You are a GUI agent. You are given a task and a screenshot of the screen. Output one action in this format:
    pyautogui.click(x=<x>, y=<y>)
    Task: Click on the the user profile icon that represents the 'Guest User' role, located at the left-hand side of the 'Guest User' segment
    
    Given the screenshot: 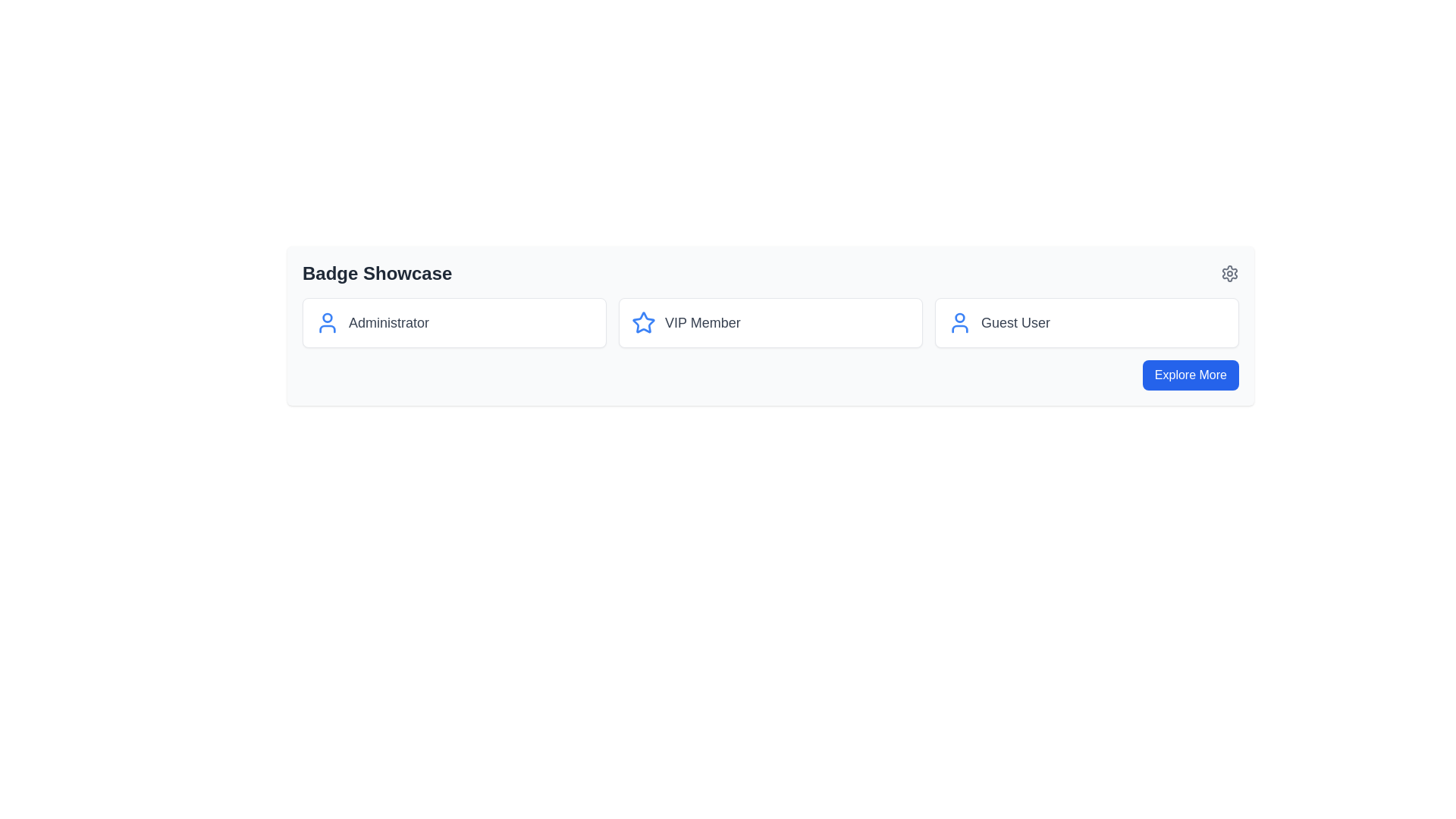 What is the action you would take?
    pyautogui.click(x=959, y=322)
    